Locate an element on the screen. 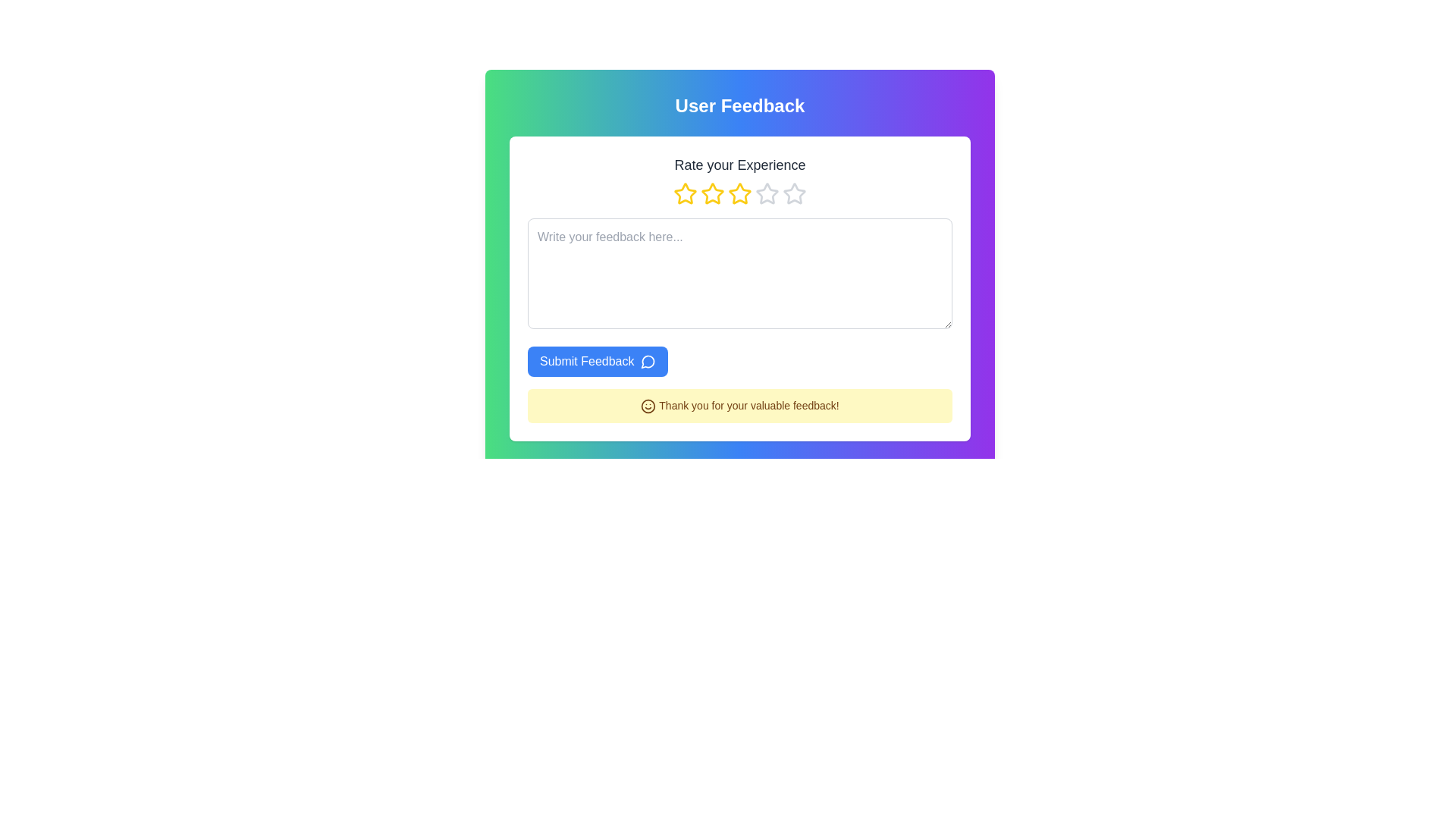 The width and height of the screenshot is (1456, 819). on the second star icon in the Interactive Rating Icon section is located at coordinates (712, 193).